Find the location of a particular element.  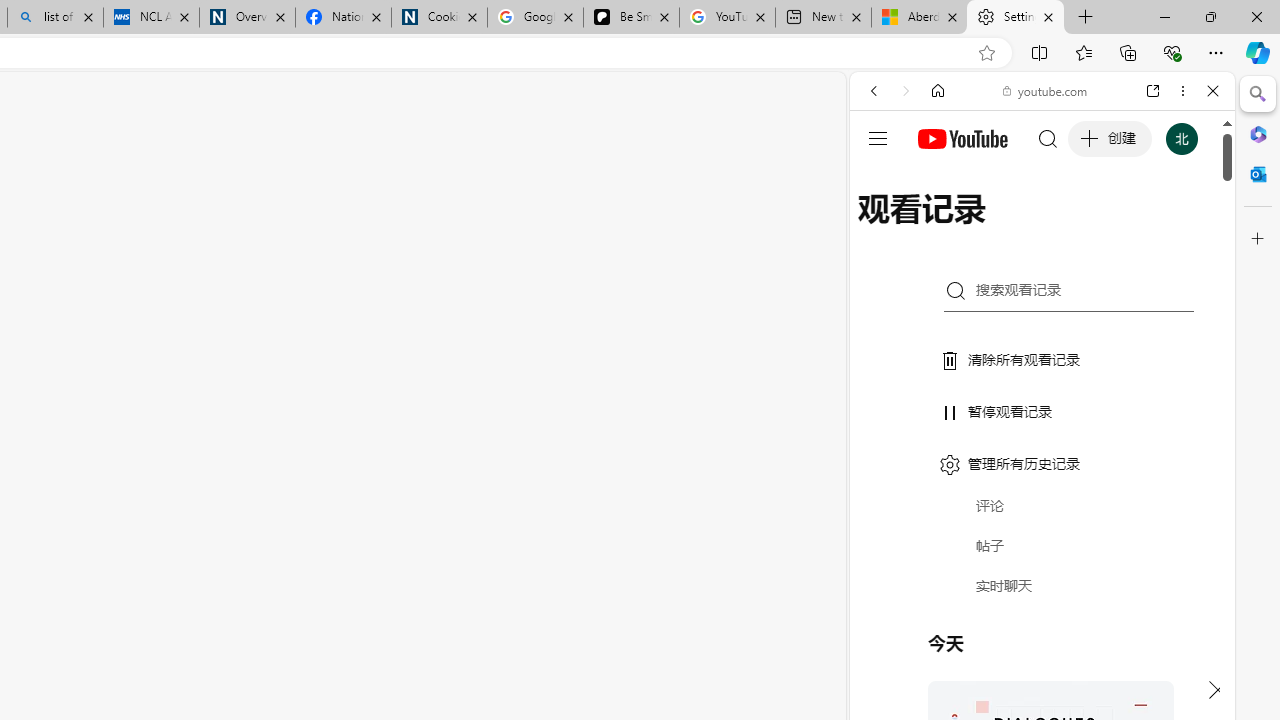

'Open link in new tab' is located at coordinates (1153, 91).